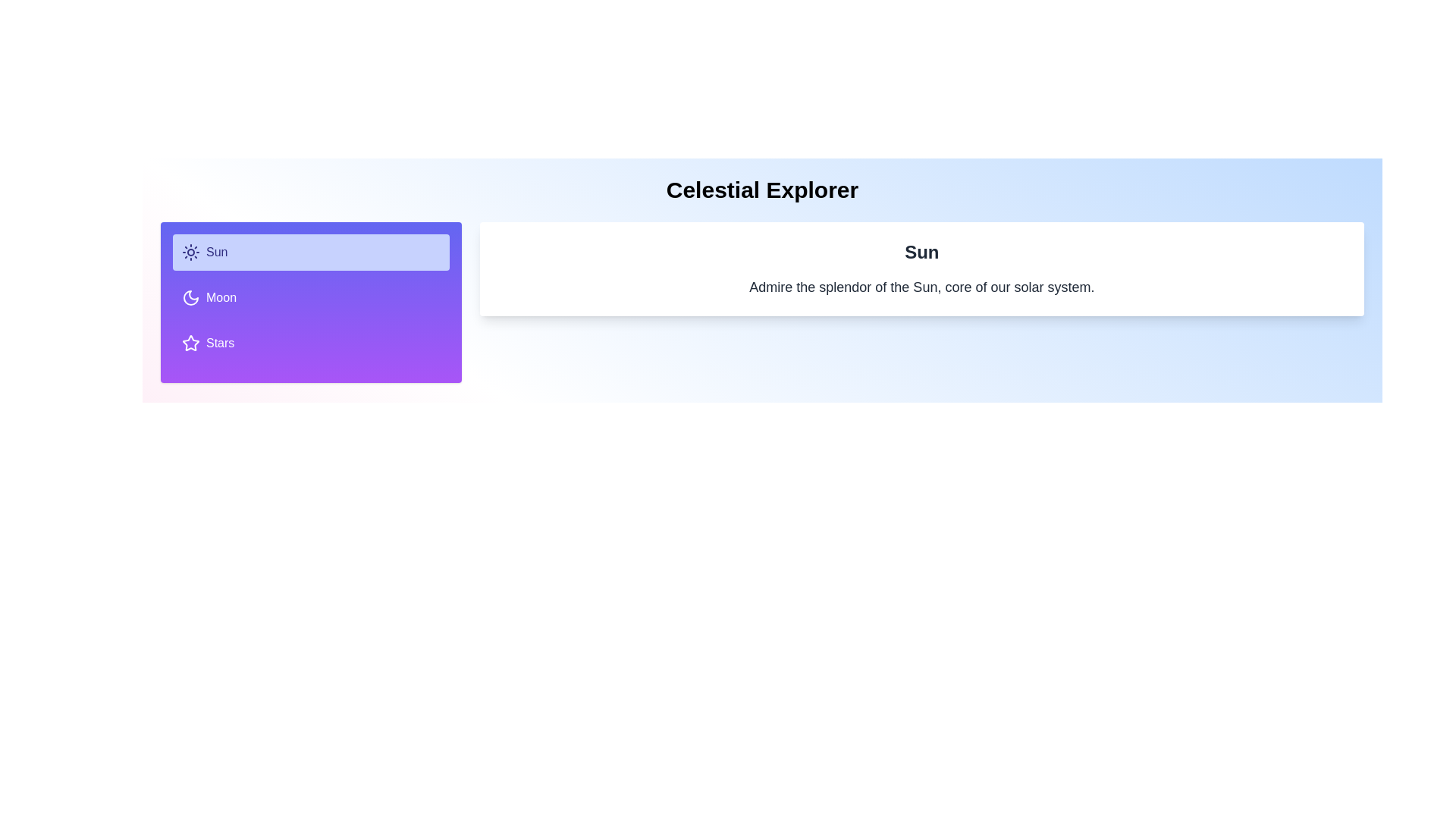  Describe the element at coordinates (310, 298) in the screenshot. I see `the tab labeled Moon` at that location.